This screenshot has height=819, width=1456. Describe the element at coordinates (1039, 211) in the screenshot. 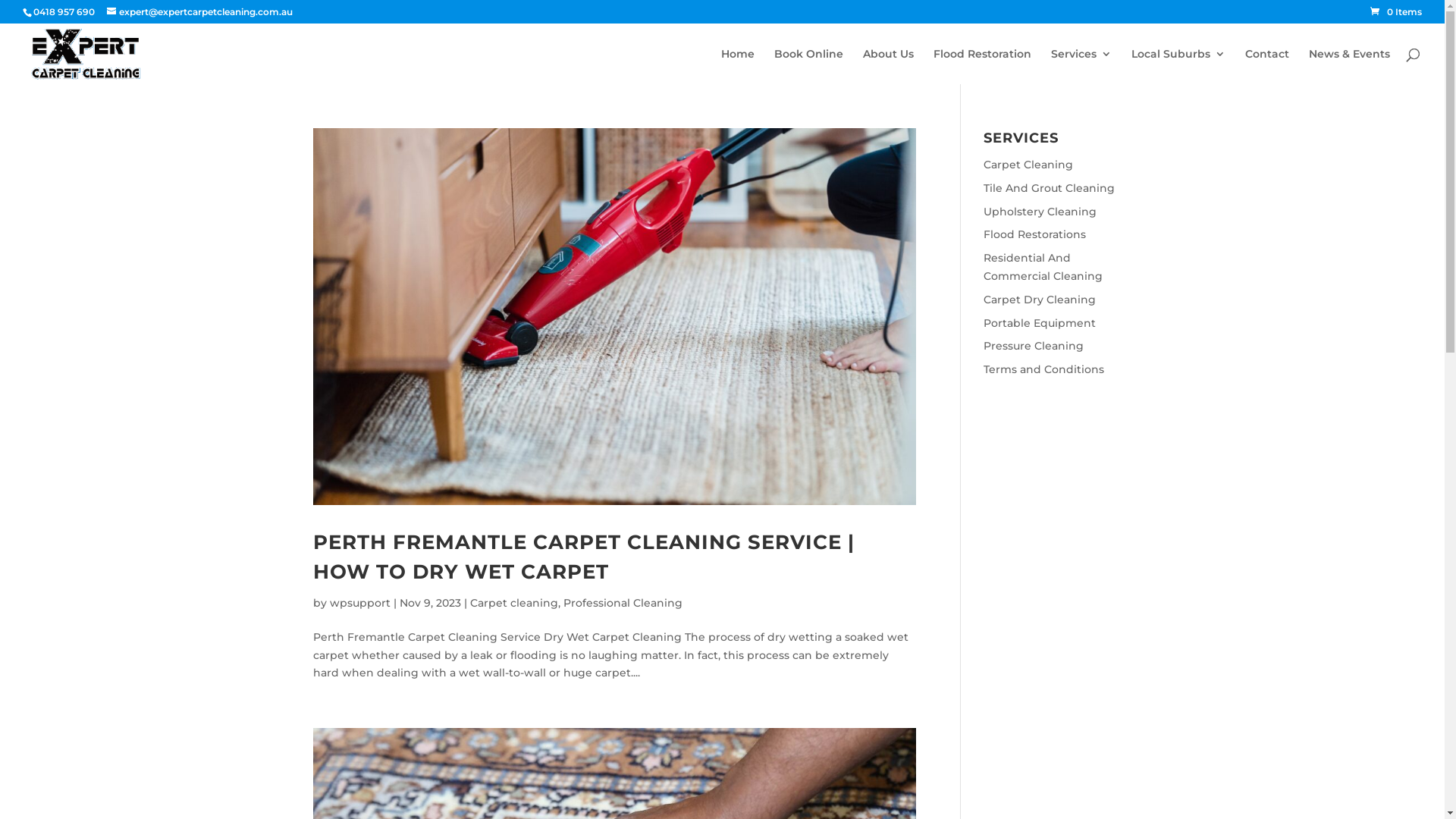

I see `'Upholstery Cleaning'` at that location.